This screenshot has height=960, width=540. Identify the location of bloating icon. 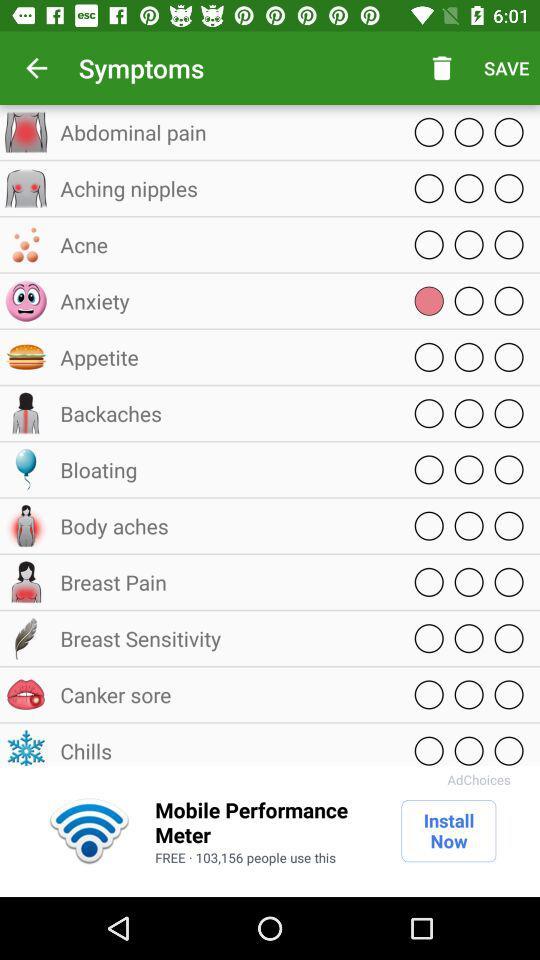
(224, 469).